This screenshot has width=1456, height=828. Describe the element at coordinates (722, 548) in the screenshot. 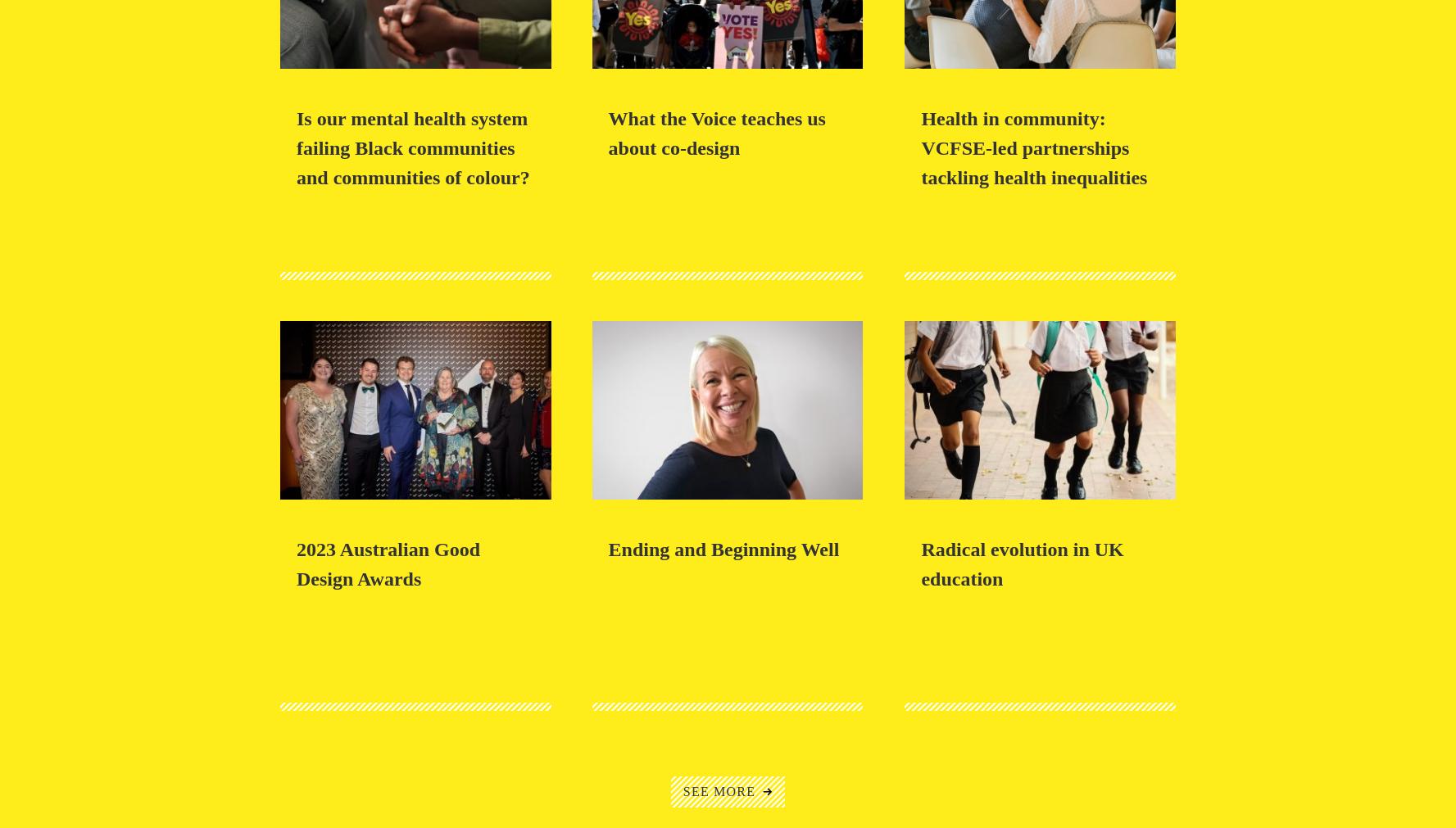

I see `'Ending and Beginning Well'` at that location.